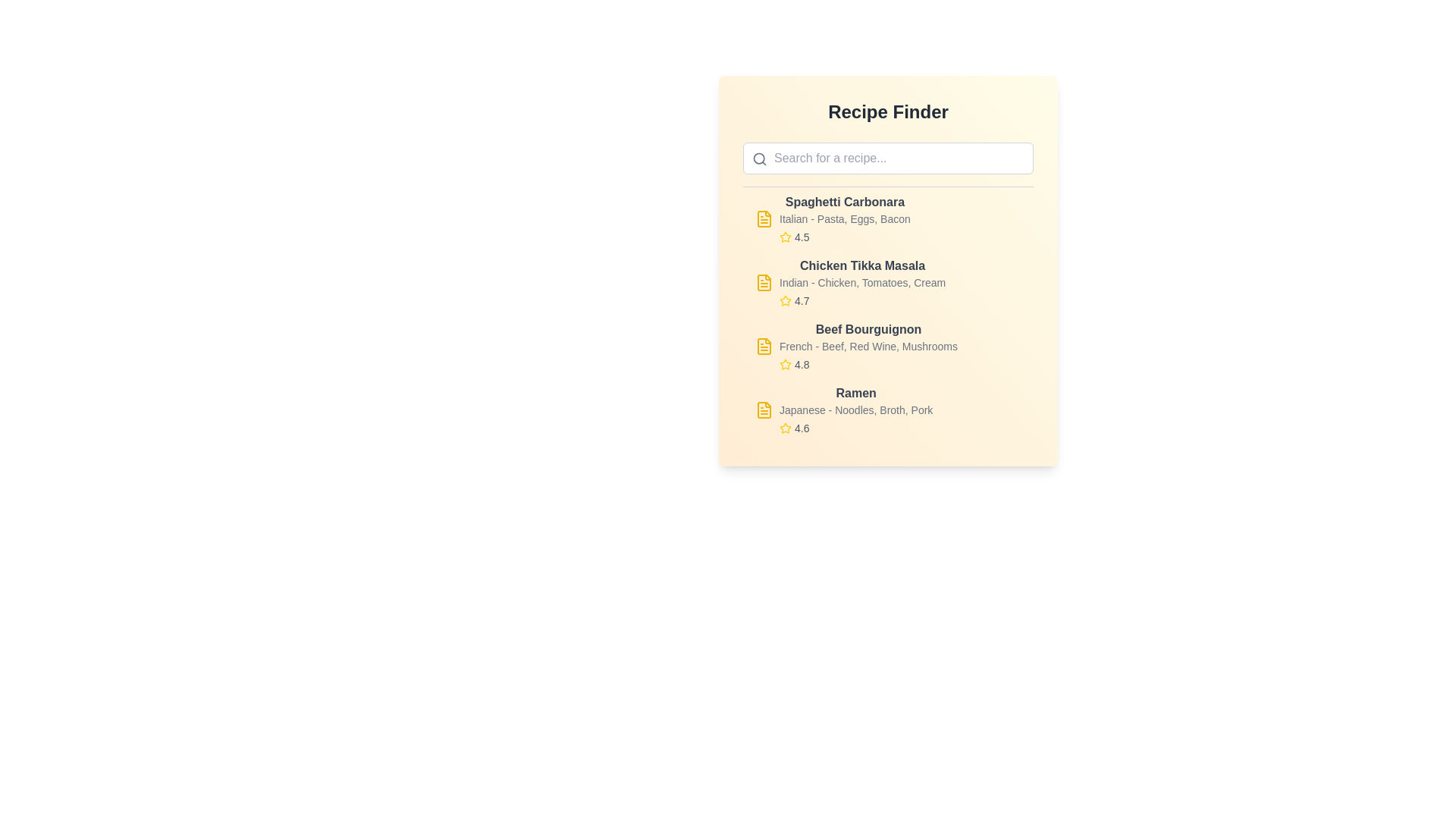  What do you see at coordinates (786, 301) in the screenshot?
I see `the rating icon that visually represents the score of '4.7' for the 'Chicken Tikka Masala' recipe` at bounding box center [786, 301].